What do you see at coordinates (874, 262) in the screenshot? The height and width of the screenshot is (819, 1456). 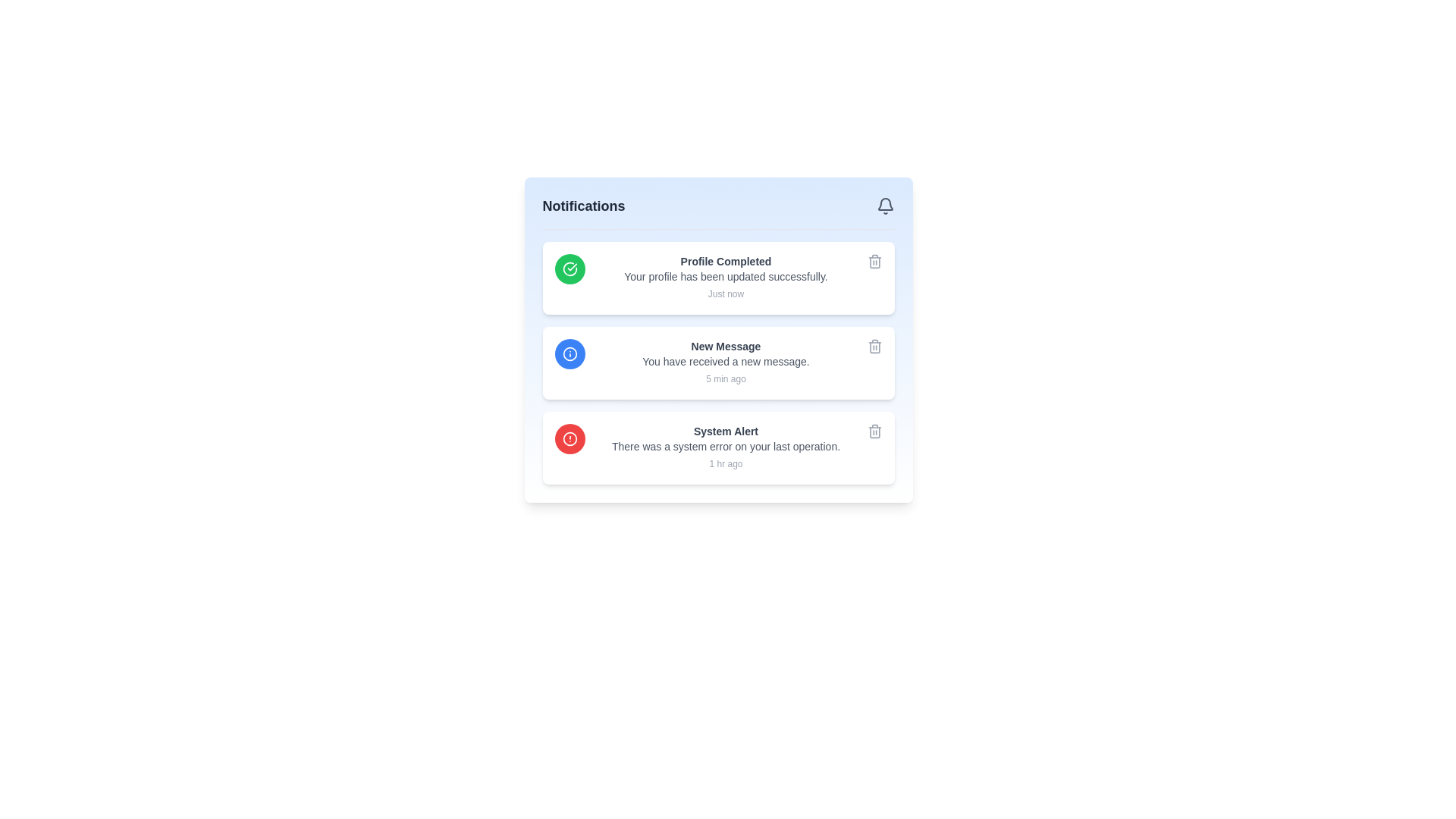 I see `the trash bin icon located in the top-right corner of the 'Profile Completed' notification card within the 'Notifications' section` at bounding box center [874, 262].